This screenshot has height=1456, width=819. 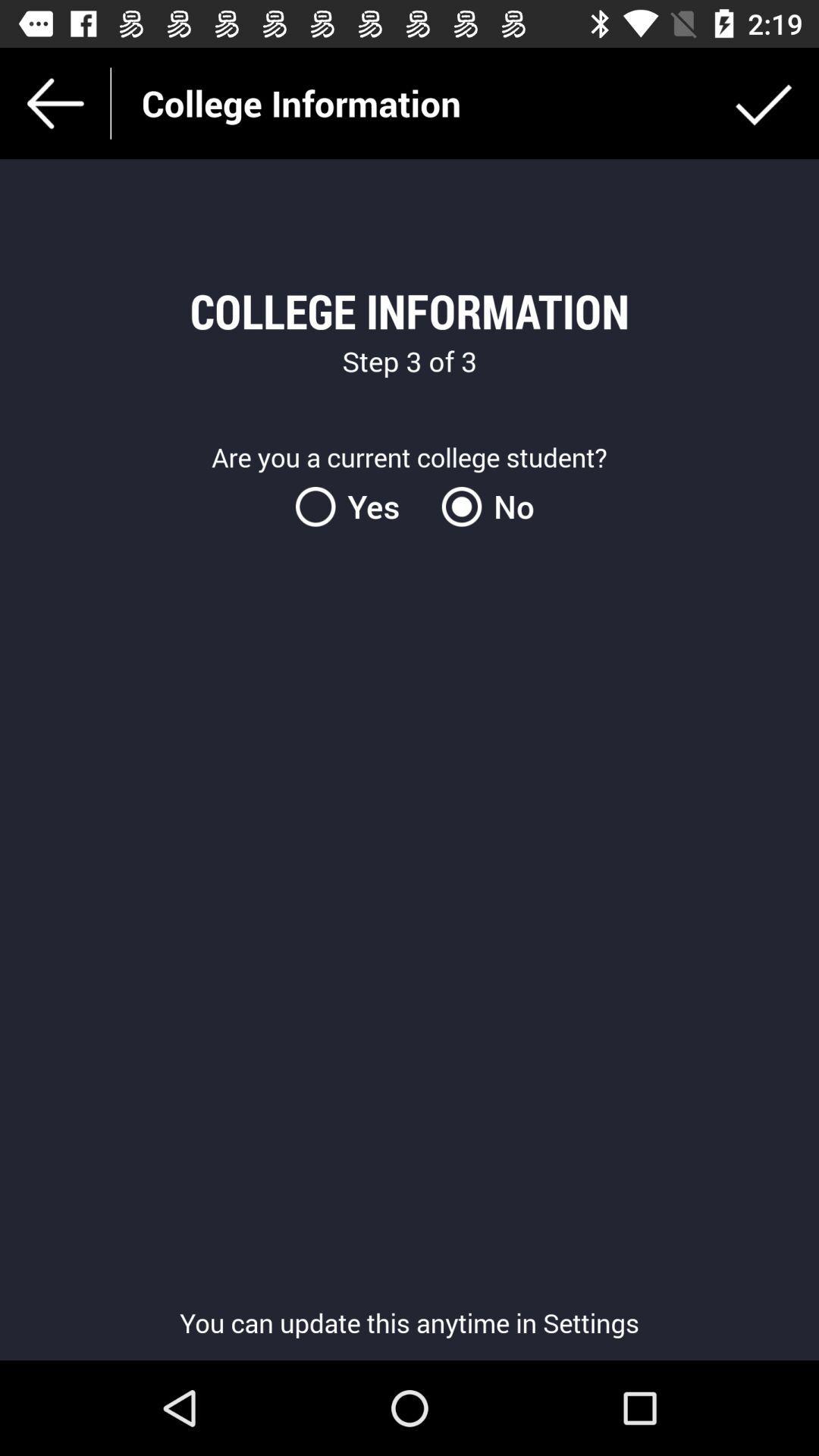 I want to click on item above college information icon, so click(x=763, y=102).